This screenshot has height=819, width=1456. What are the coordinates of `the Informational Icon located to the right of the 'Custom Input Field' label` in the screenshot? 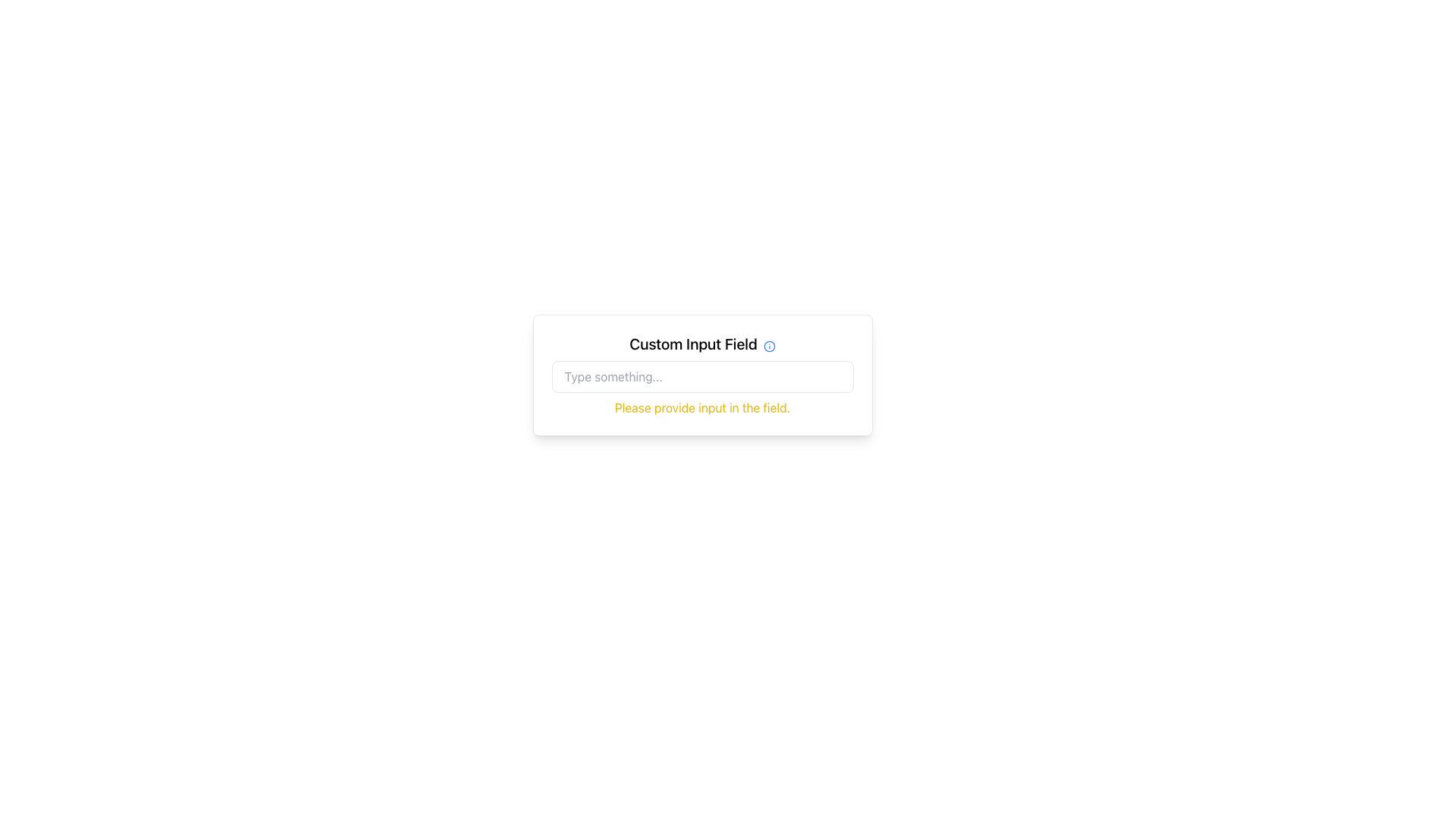 It's located at (769, 344).